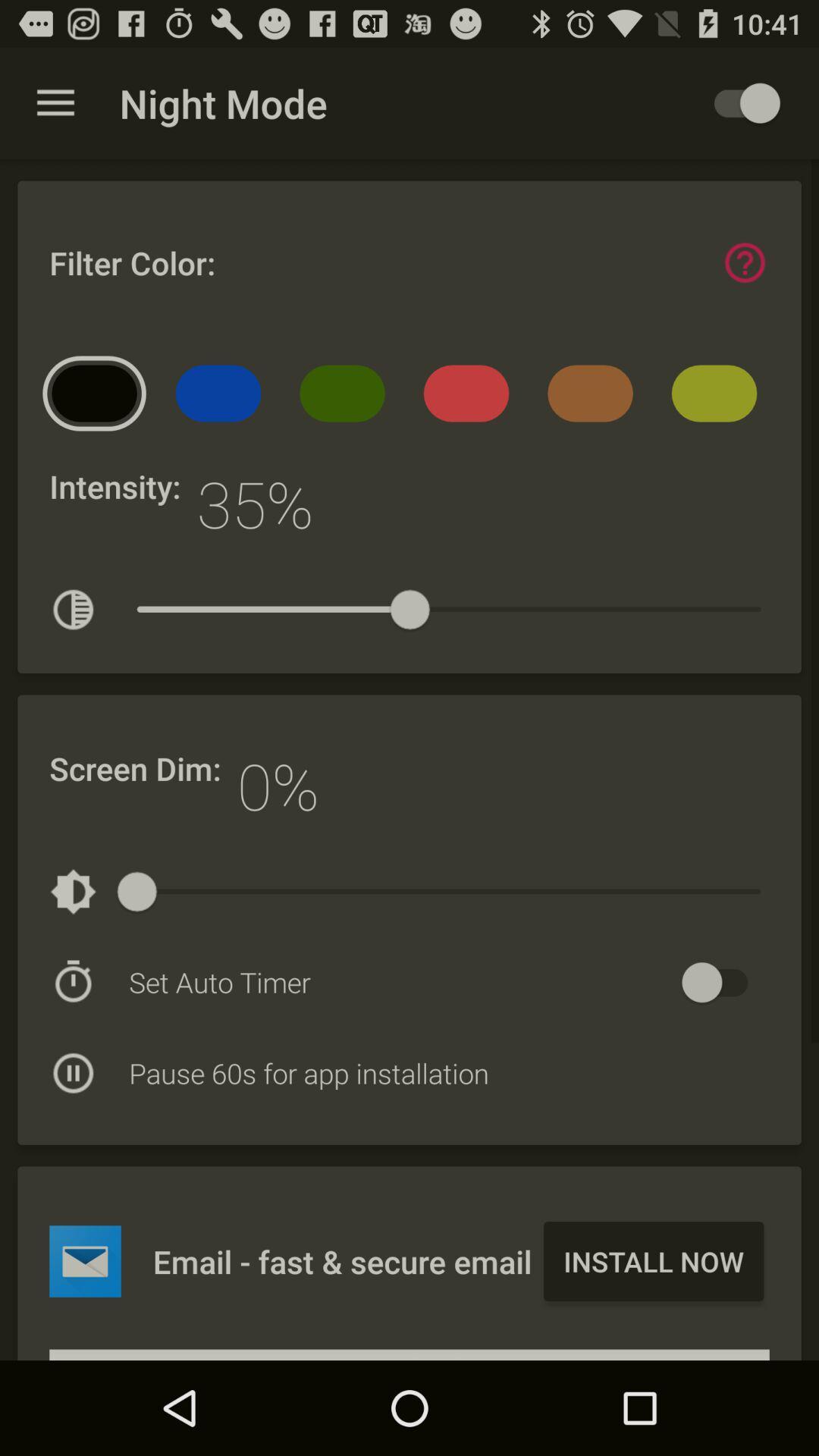 Image resolution: width=819 pixels, height=1456 pixels. Describe the element at coordinates (85, 1261) in the screenshot. I see `advertisement website` at that location.